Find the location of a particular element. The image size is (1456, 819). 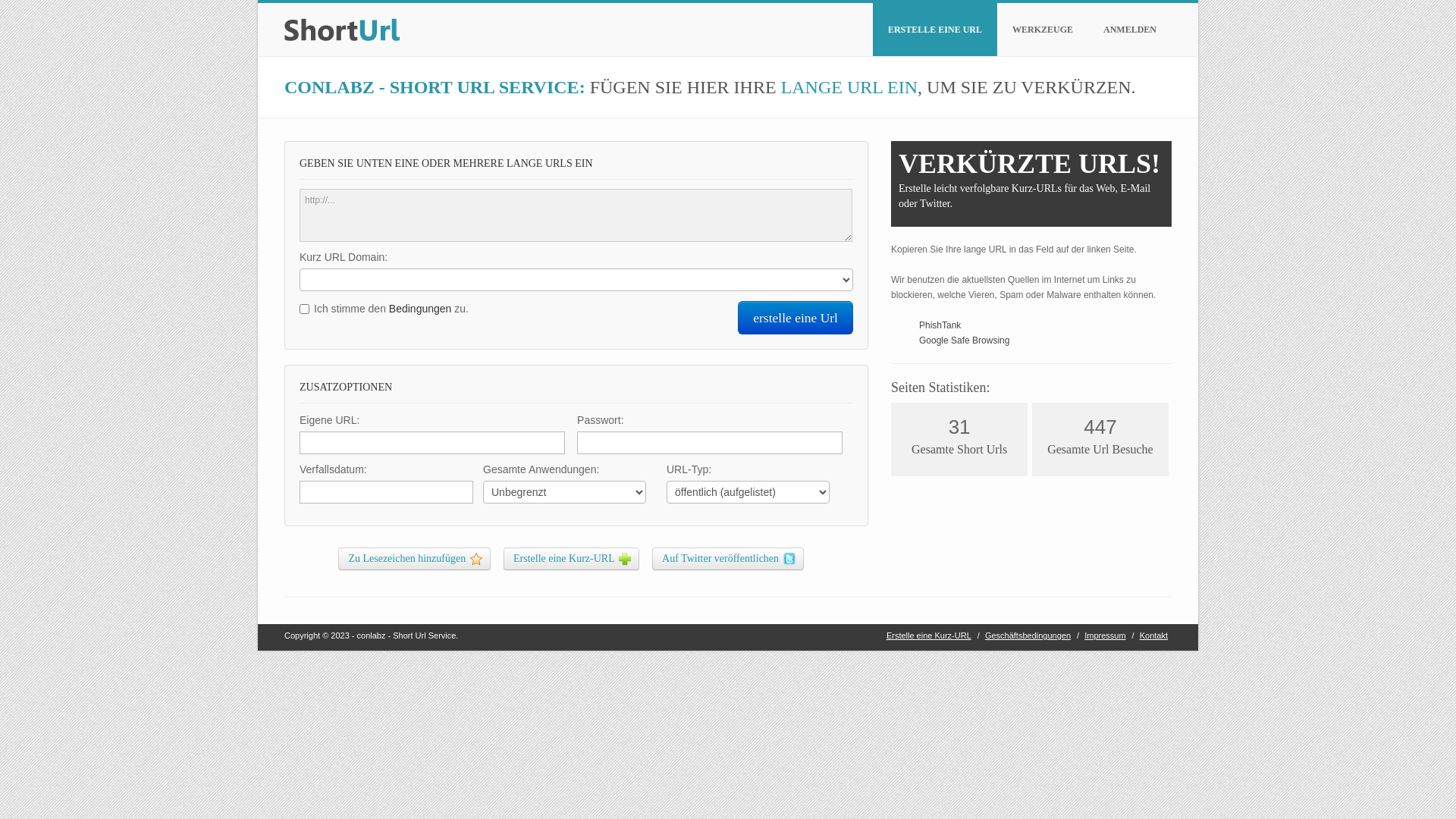

'PhishTank' is located at coordinates (939, 324).